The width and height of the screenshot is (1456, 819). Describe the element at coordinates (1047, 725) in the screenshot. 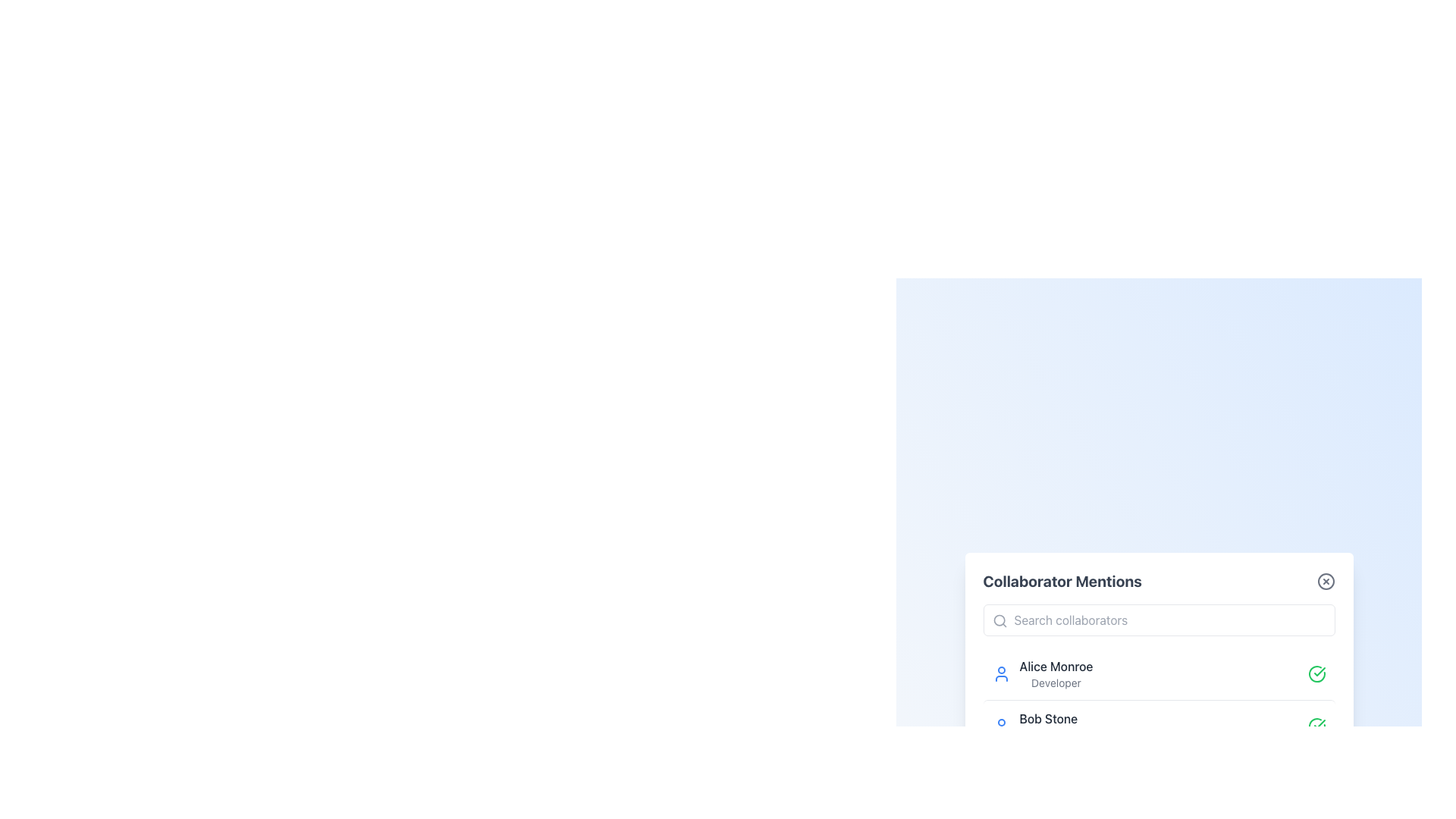

I see `the user profile entry labeled with the user's name and role, which is the second entry in the 'Collaborator Mentions' list` at that location.